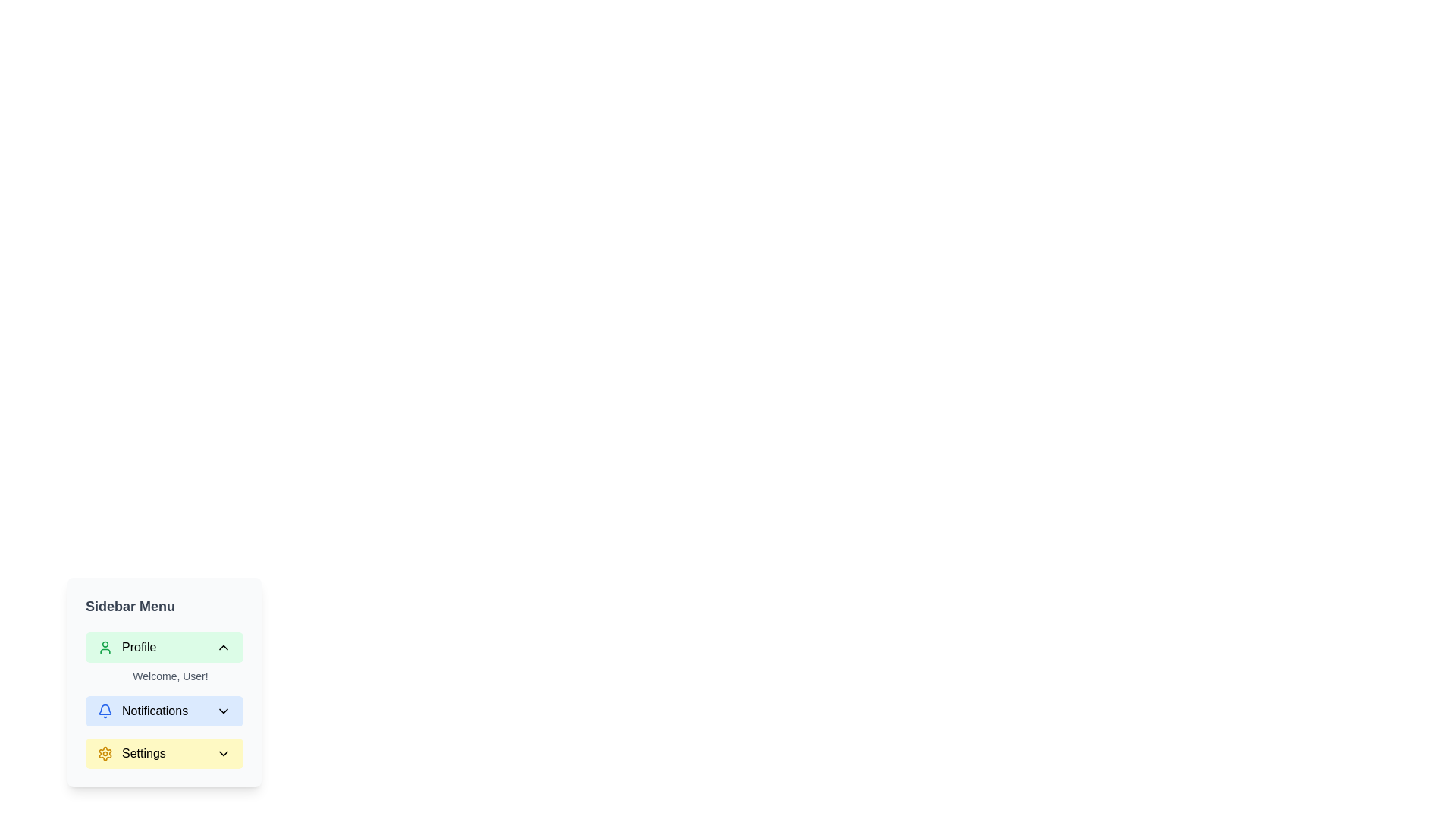  What do you see at coordinates (222, 647) in the screenshot?
I see `the small upward-pointing chevron icon located at the right end of the 'Profile' menu item in the sidebar menu` at bounding box center [222, 647].